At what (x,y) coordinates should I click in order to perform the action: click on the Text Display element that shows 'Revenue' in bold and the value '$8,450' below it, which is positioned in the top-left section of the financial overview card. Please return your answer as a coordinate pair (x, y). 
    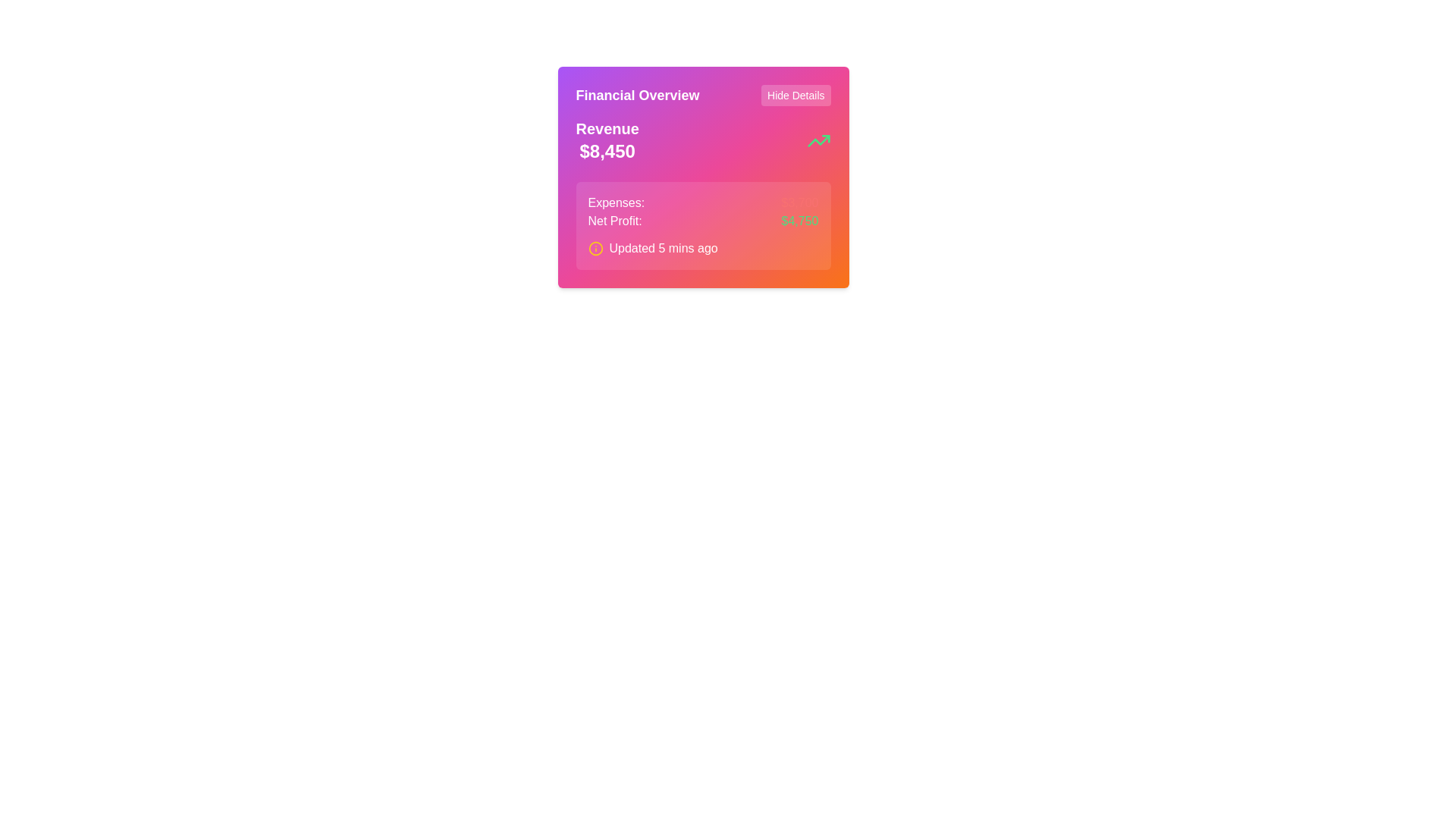
    Looking at the image, I should click on (607, 140).